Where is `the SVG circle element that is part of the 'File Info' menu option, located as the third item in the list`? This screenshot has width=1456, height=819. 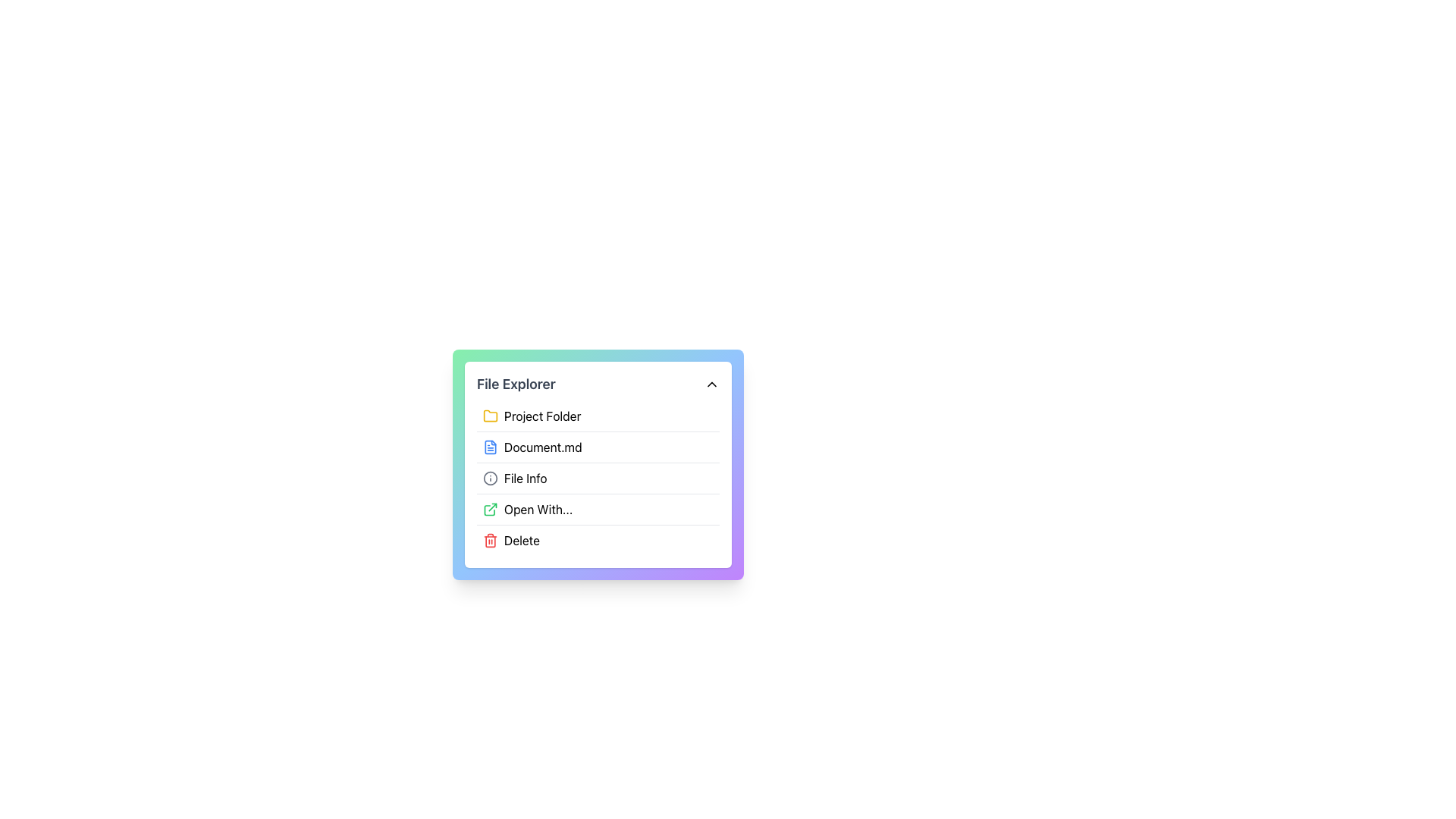 the SVG circle element that is part of the 'File Info' menu option, located as the third item in the list is located at coordinates (491, 479).